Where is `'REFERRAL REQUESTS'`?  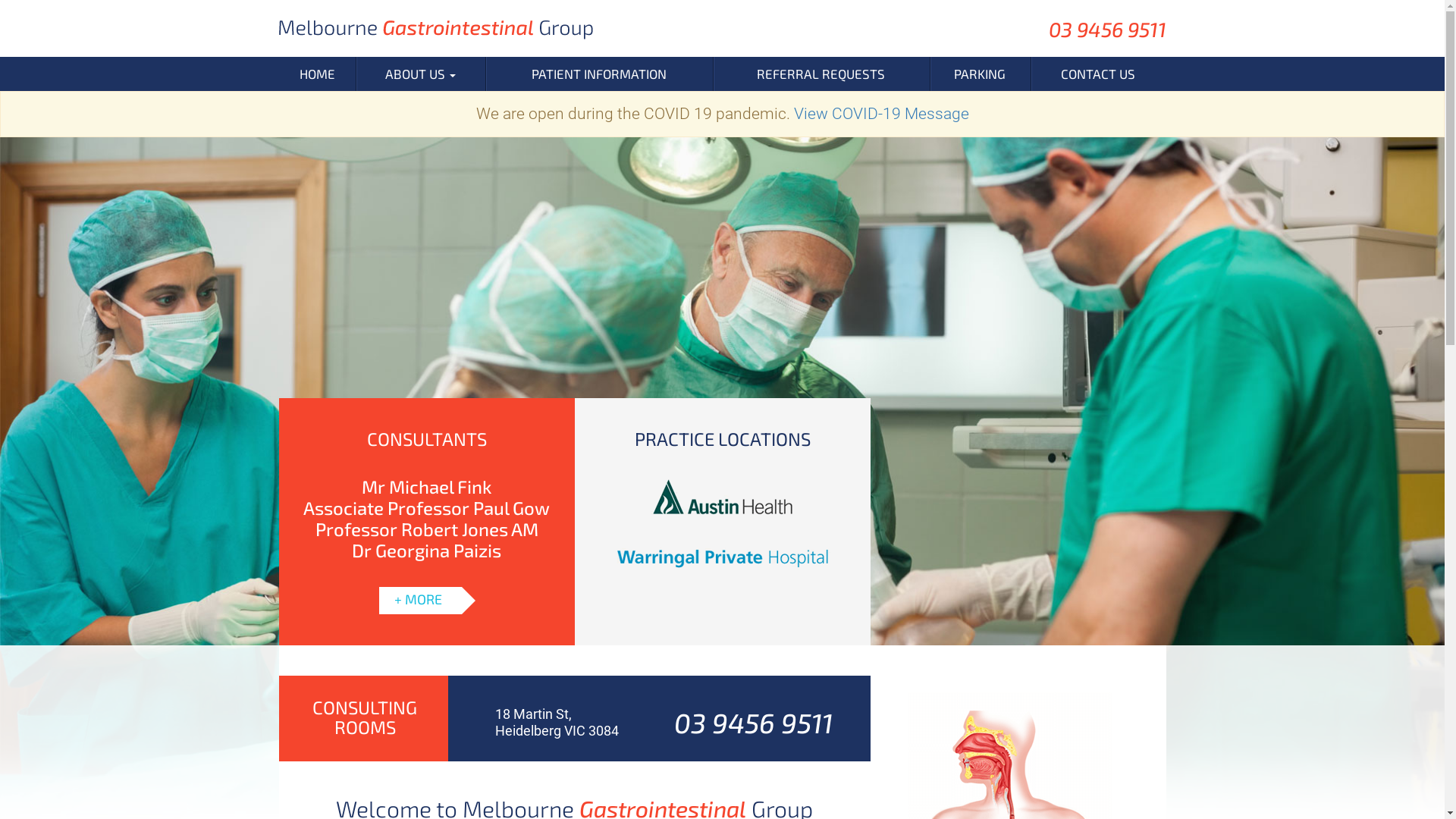 'REFERRAL REQUESTS' is located at coordinates (821, 74).